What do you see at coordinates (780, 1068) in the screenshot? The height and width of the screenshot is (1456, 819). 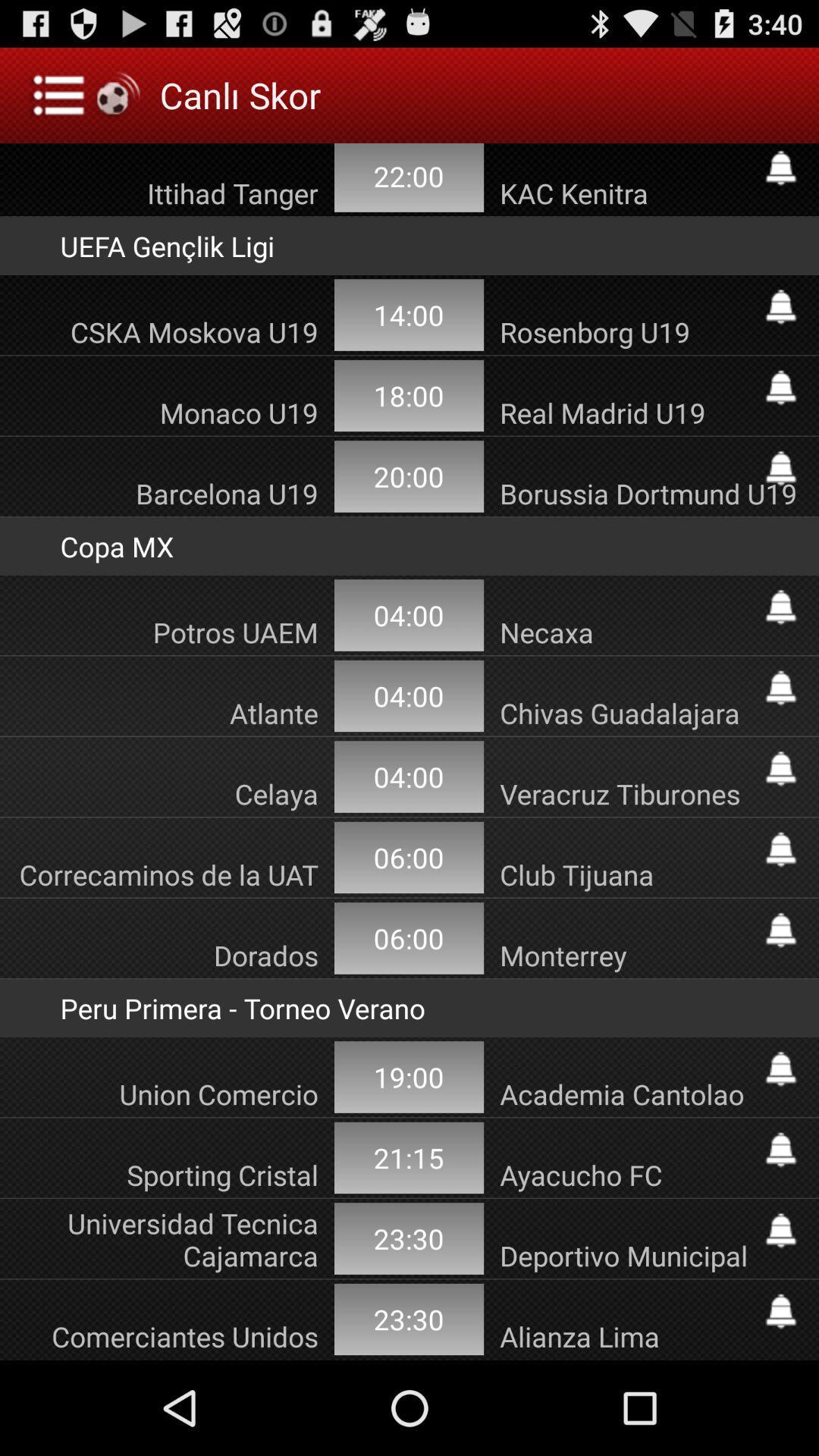 I see `set notification` at bounding box center [780, 1068].